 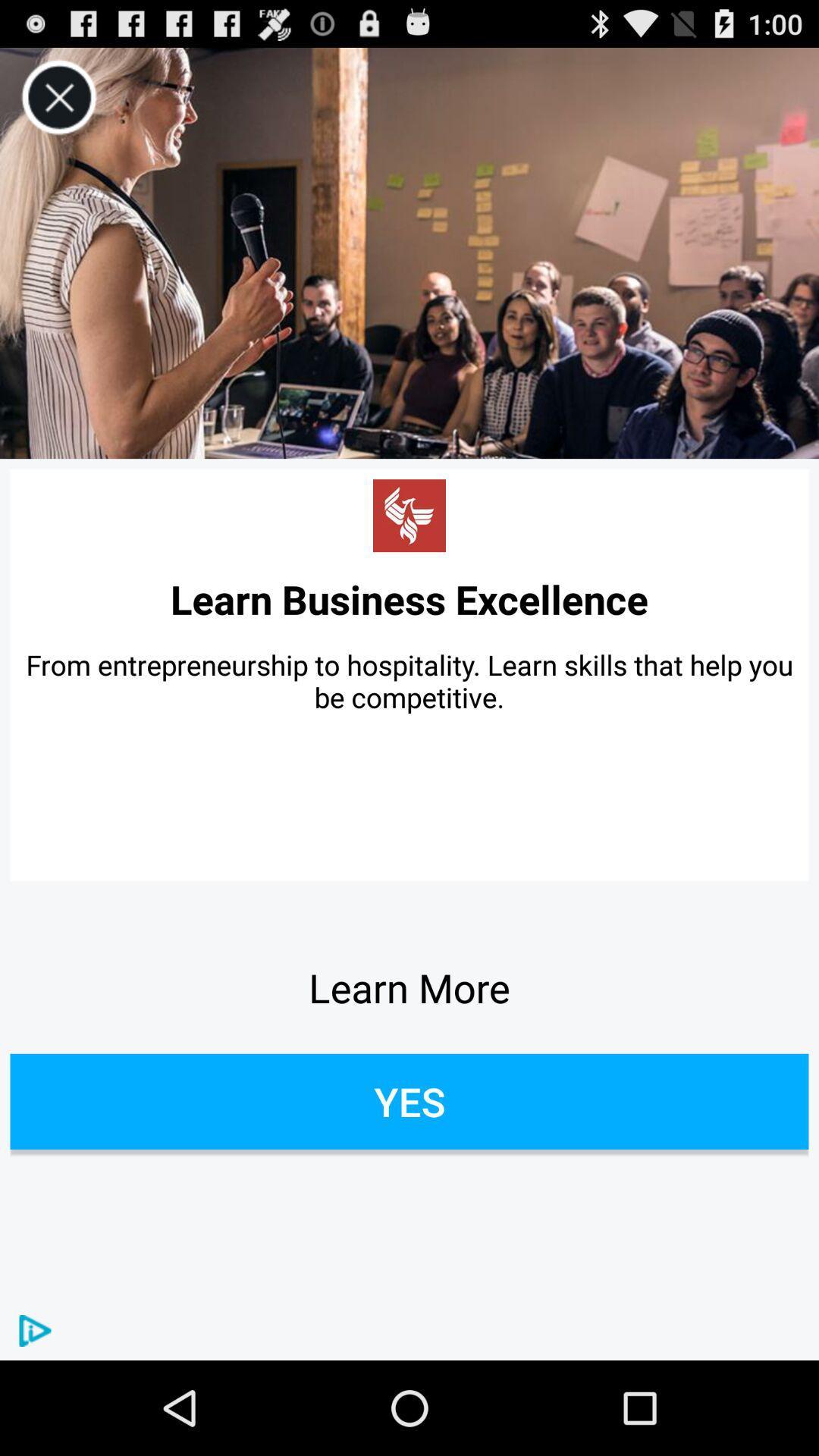 What do you see at coordinates (409, 1101) in the screenshot?
I see `item below the learn more item` at bounding box center [409, 1101].